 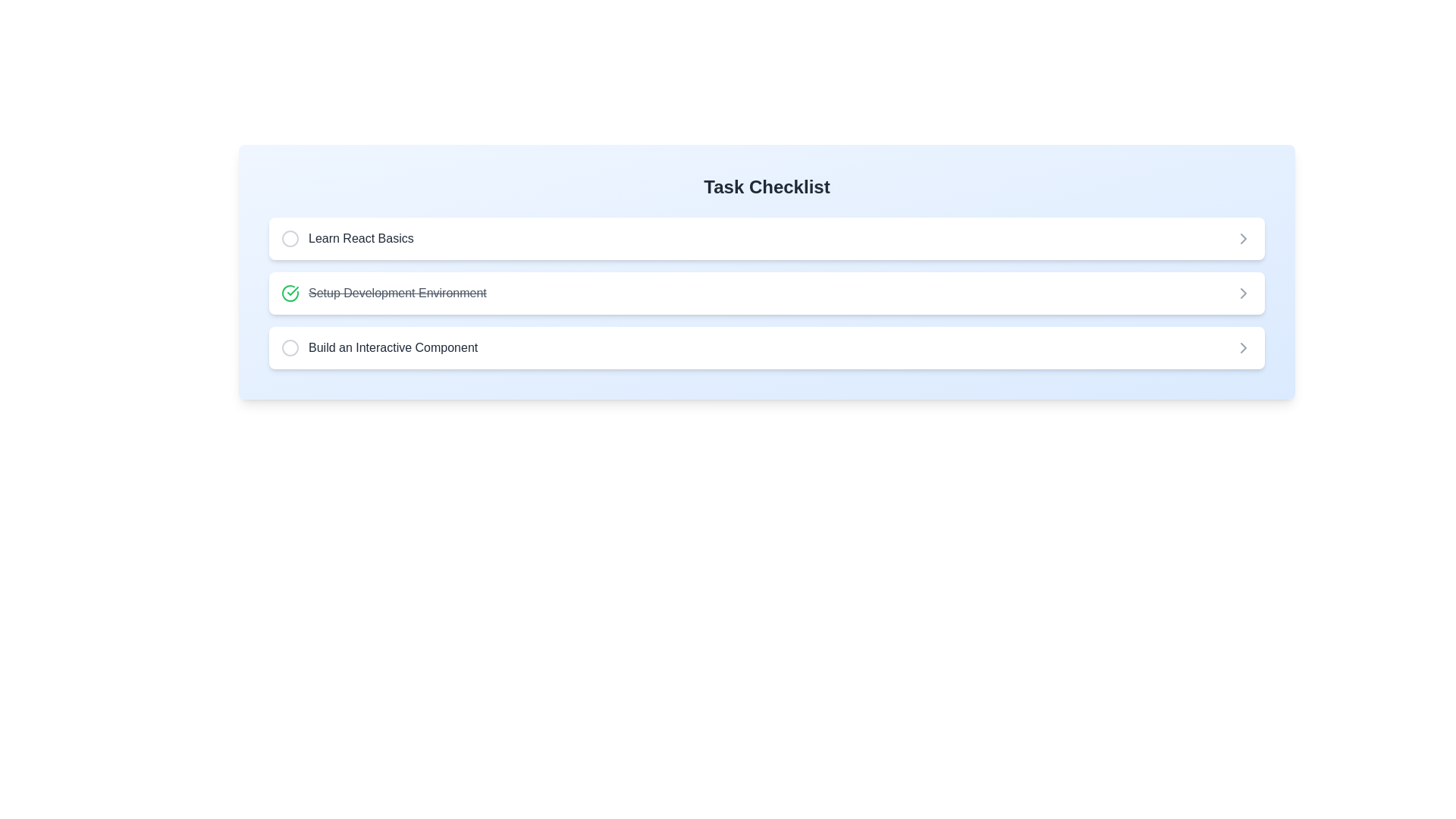 I want to click on the chevron icon located at the far-right side of the third task entry labeled 'Build an Interactive Component', so click(x=1244, y=348).